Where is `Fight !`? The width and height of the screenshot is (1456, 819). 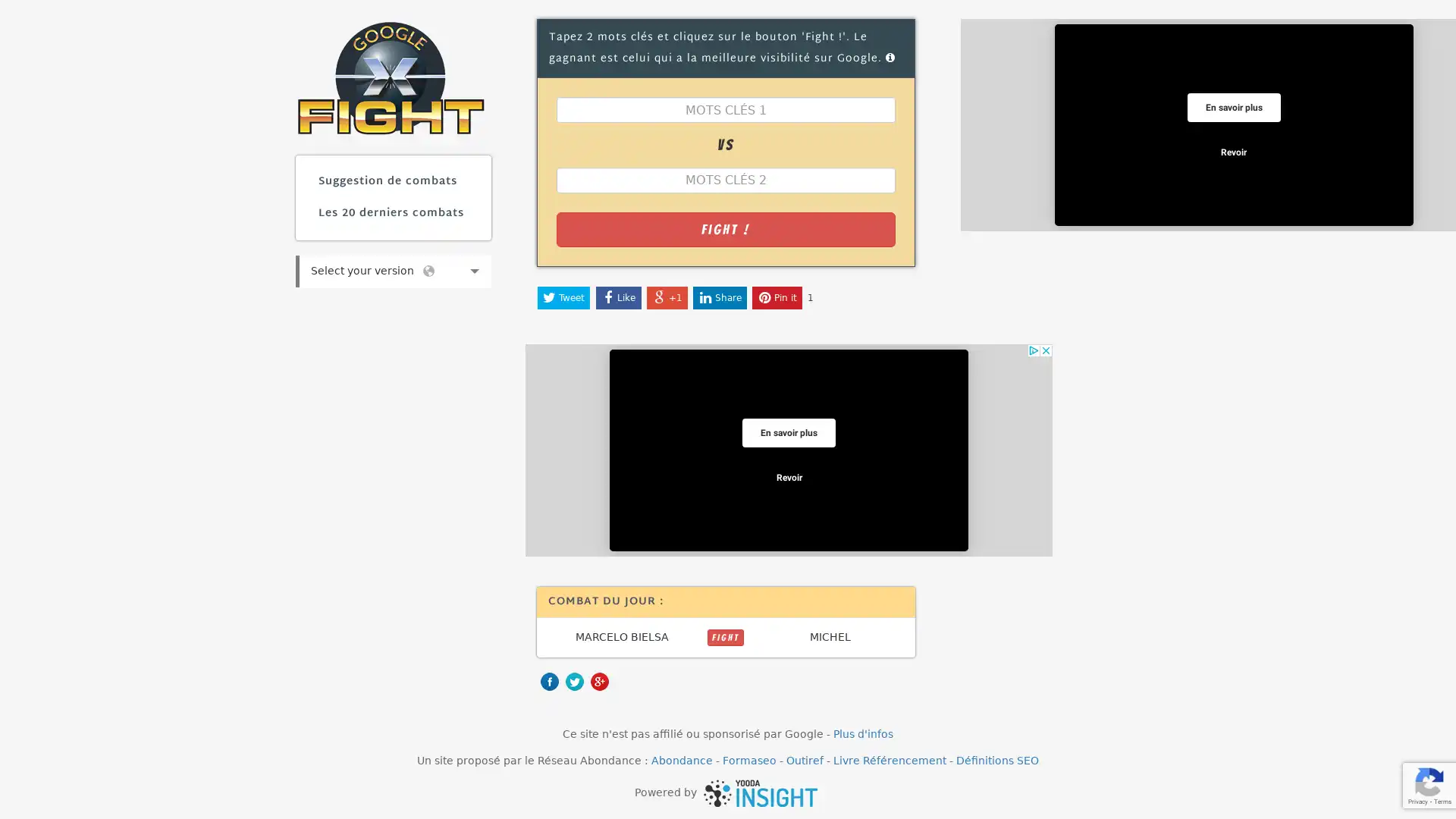
Fight ! is located at coordinates (724, 228).